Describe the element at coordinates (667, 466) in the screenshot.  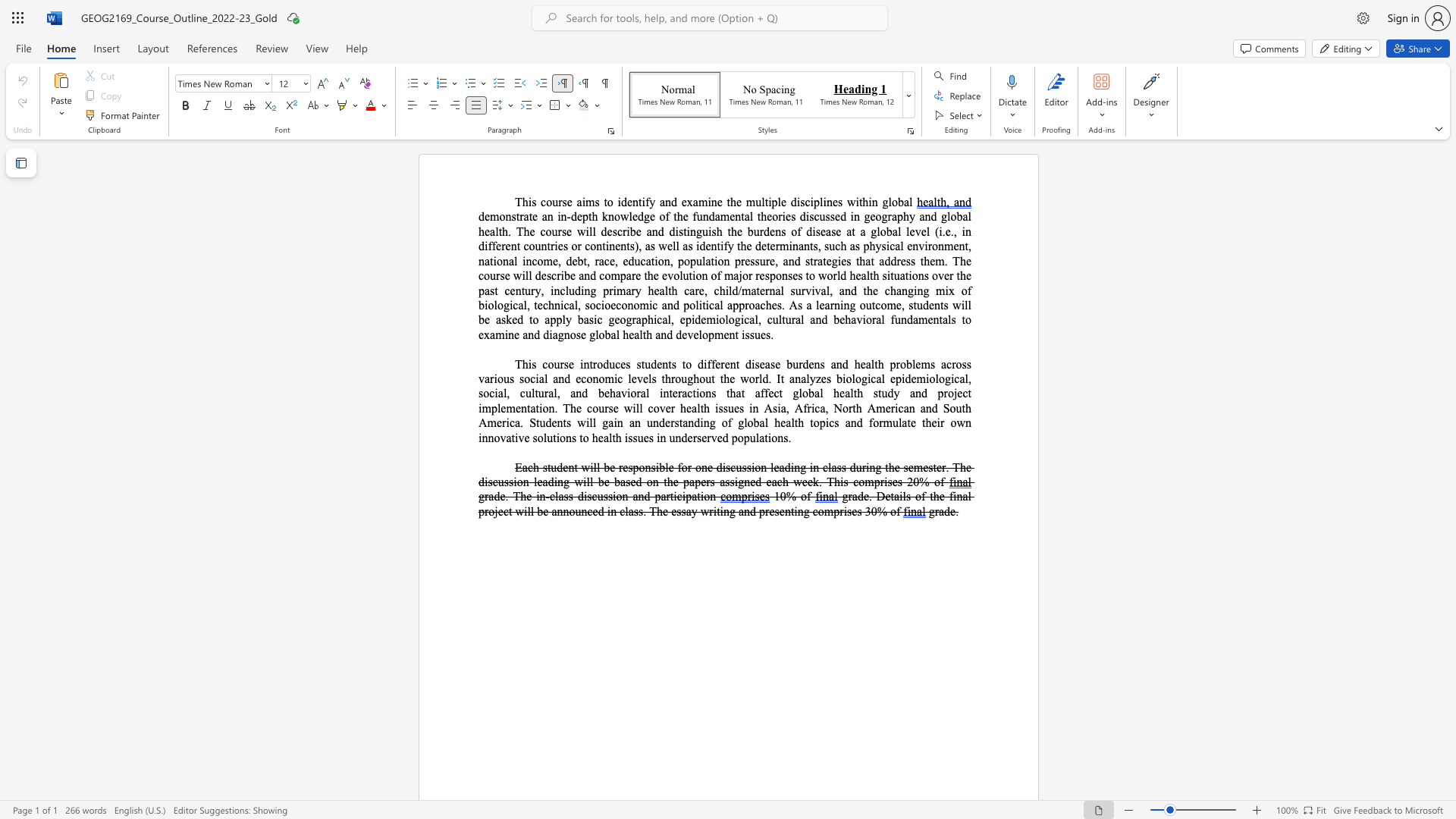
I see `the 1th character "l" in the text` at that location.